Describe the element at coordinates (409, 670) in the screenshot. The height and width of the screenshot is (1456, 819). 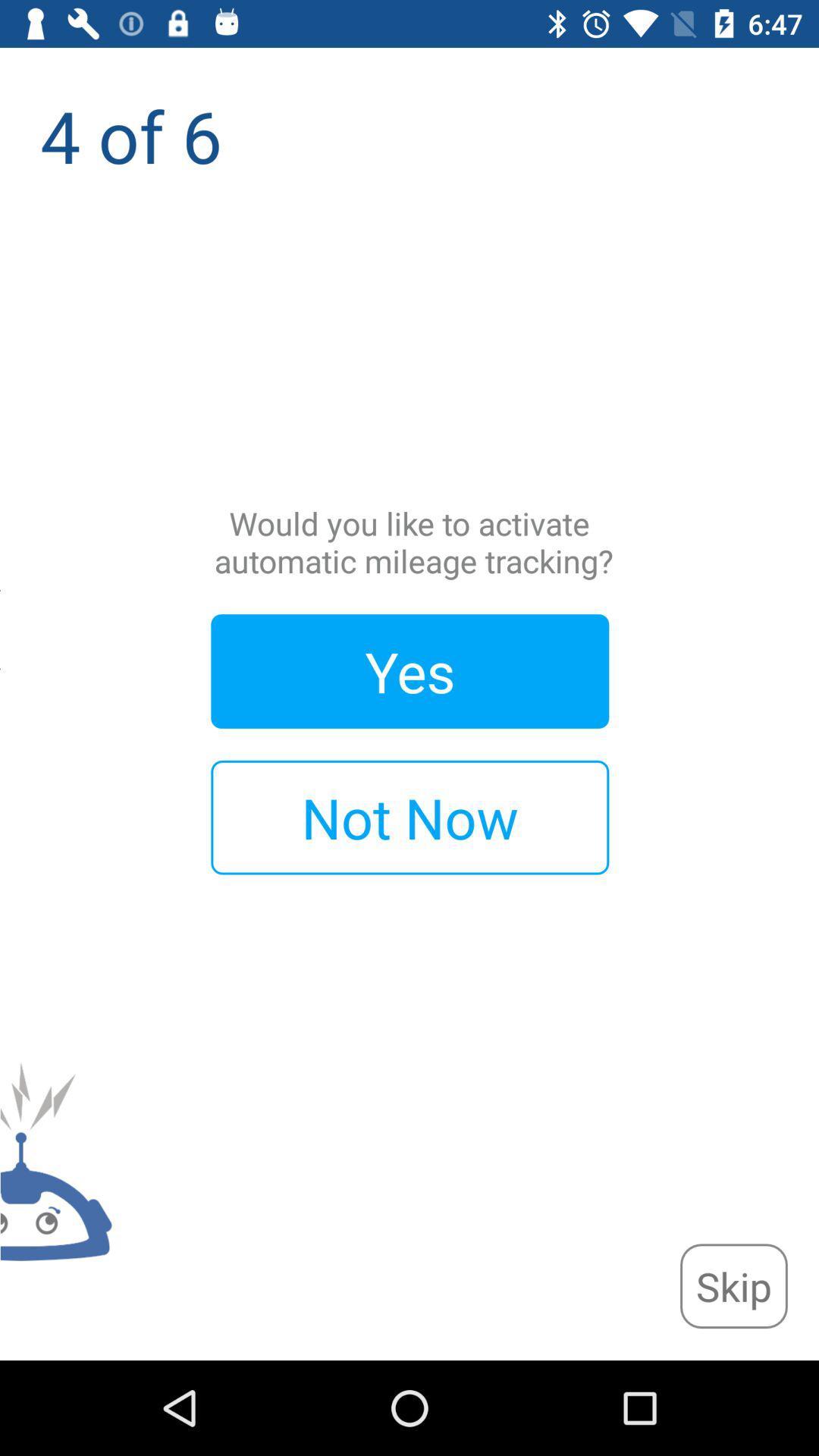
I see `button above the not now button` at that location.